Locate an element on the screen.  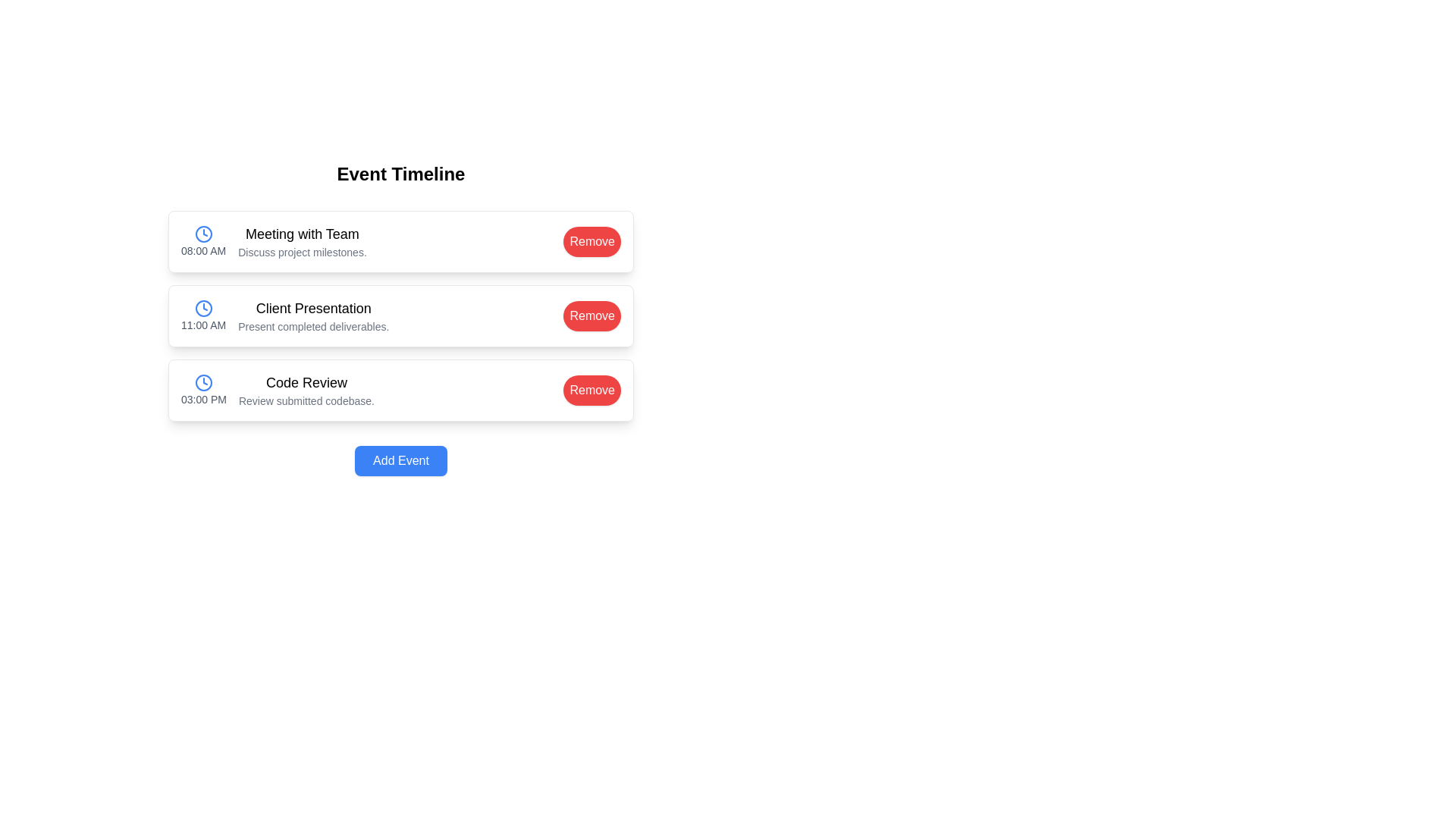
the label containing a blue clock icon and the time '03:00 PM' which is positioned at the start of the 'Code Review' segment of the event timeline is located at coordinates (202, 390).